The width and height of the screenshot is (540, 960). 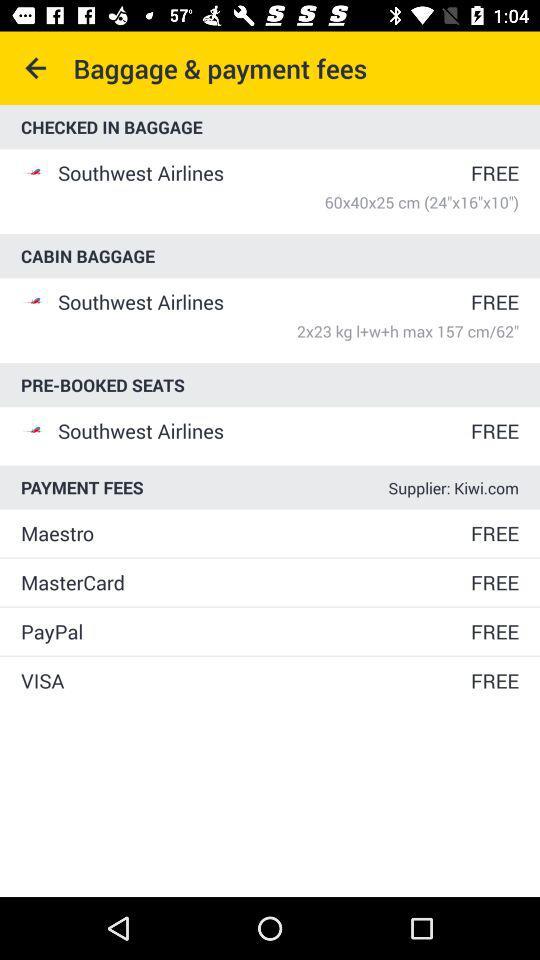 I want to click on the 60x40x25 cm 24 icon, so click(x=287, y=202).